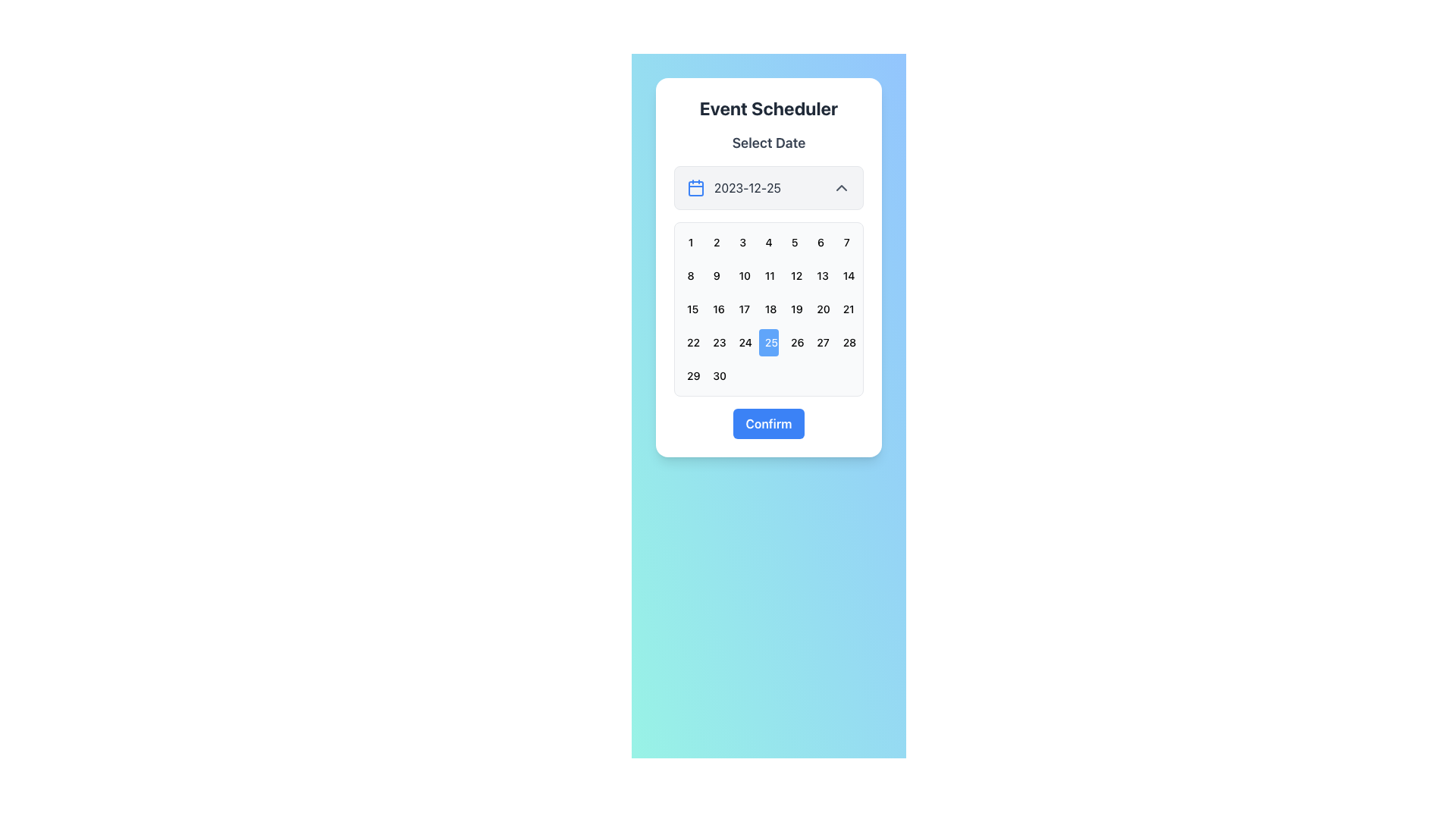 The height and width of the screenshot is (819, 1456). Describe the element at coordinates (768, 242) in the screenshot. I see `the button representing the 4th of the month in the calendar interface to observe the hover effect` at that location.